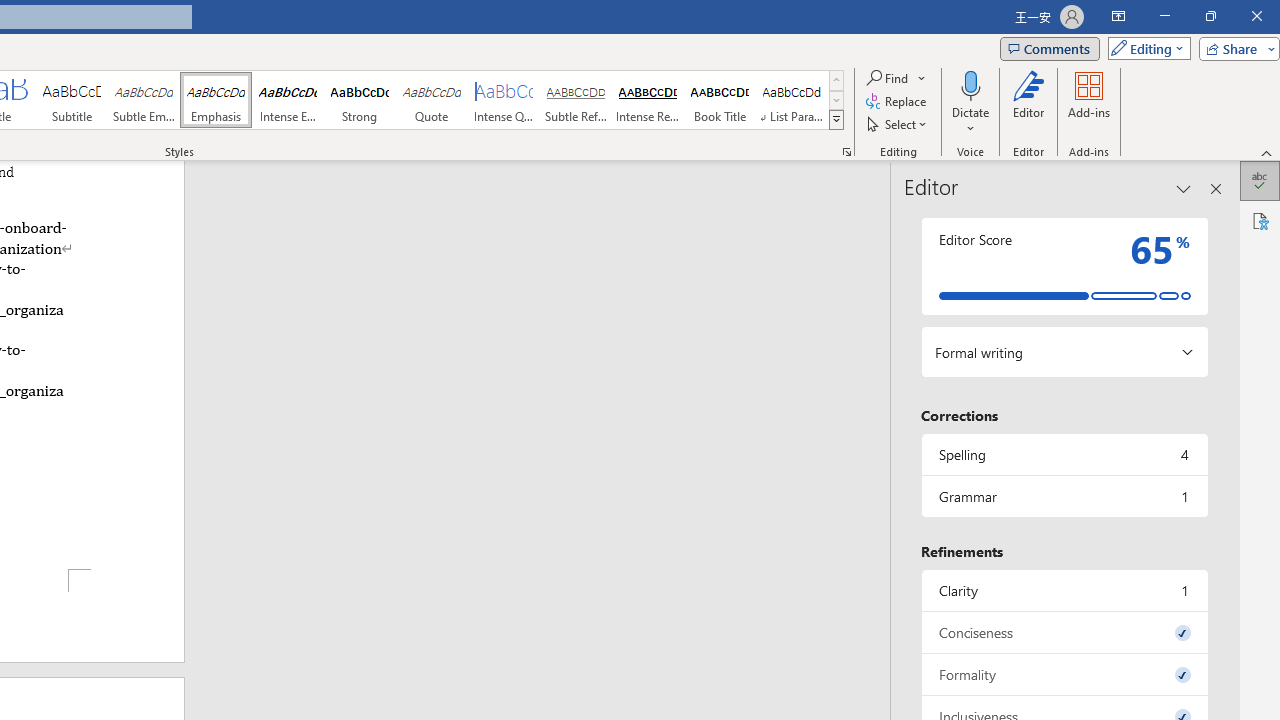 The image size is (1280, 720). What do you see at coordinates (1063, 495) in the screenshot?
I see `'Grammar, 1 issue. Press space or enter to review items.'` at bounding box center [1063, 495].